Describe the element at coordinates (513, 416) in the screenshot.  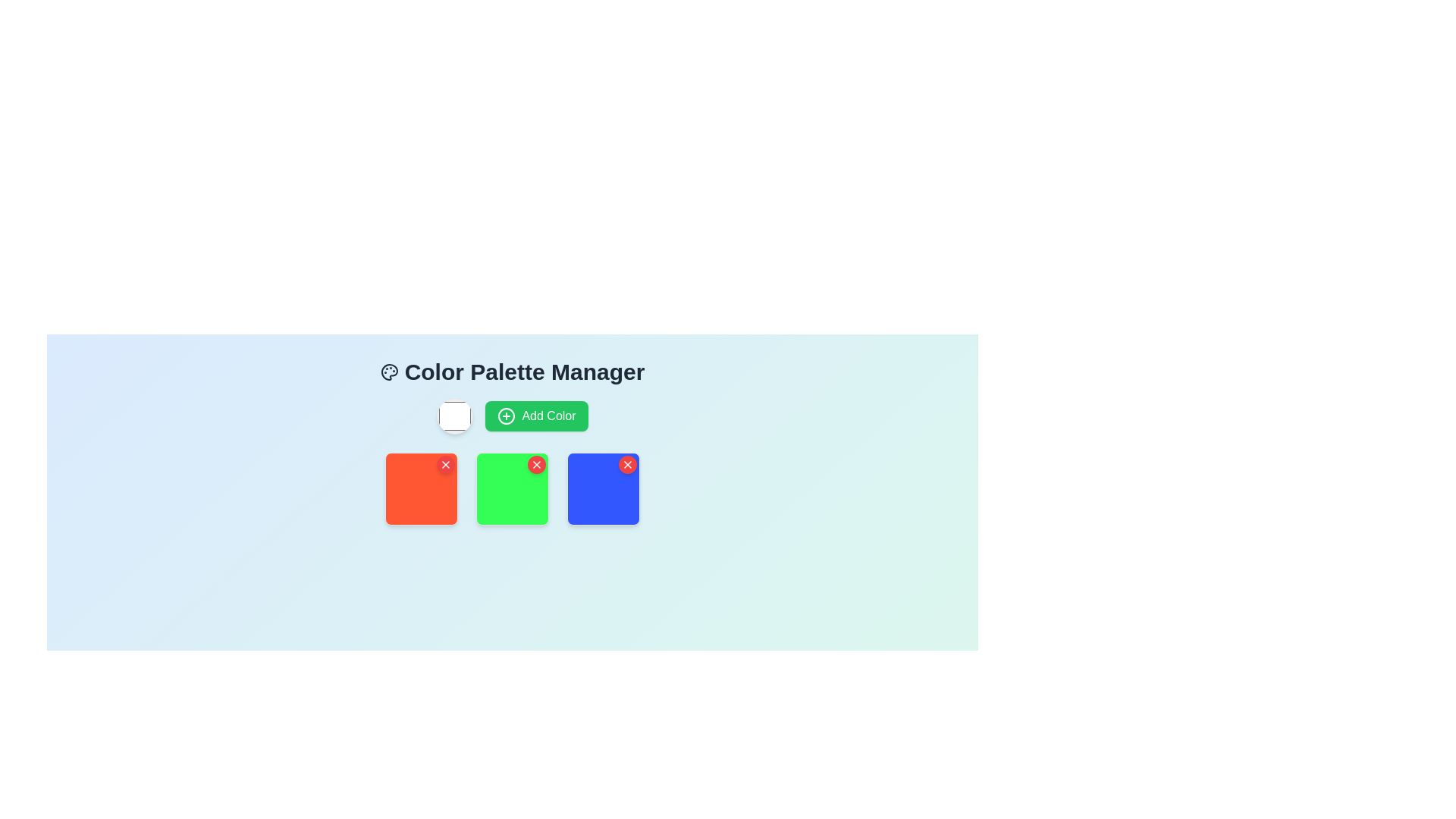
I see `the 'Add Color' button located to the right of the color picker input in the 'Add Color' section` at that location.